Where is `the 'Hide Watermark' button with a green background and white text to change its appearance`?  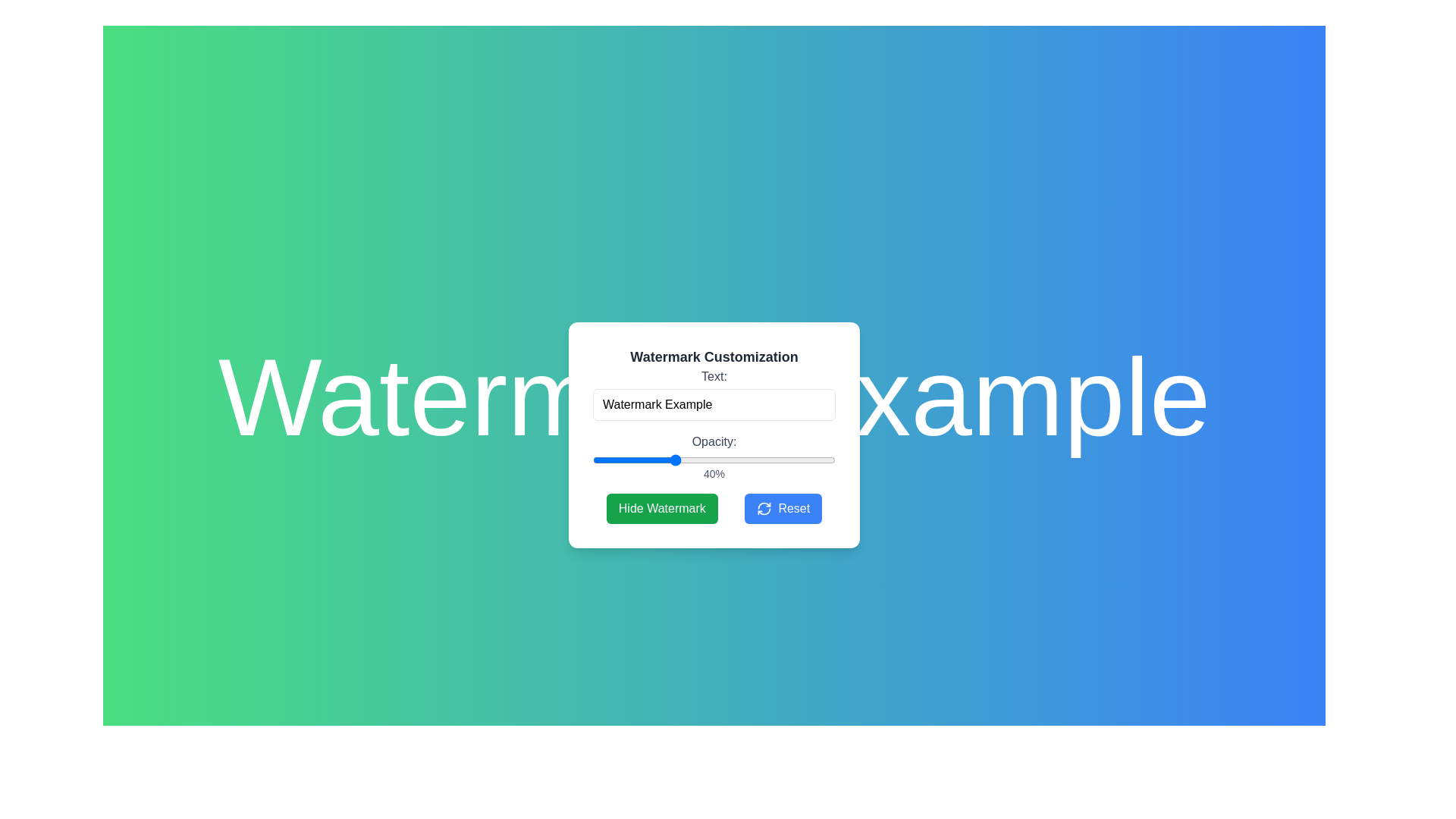 the 'Hide Watermark' button with a green background and white text to change its appearance is located at coordinates (662, 509).